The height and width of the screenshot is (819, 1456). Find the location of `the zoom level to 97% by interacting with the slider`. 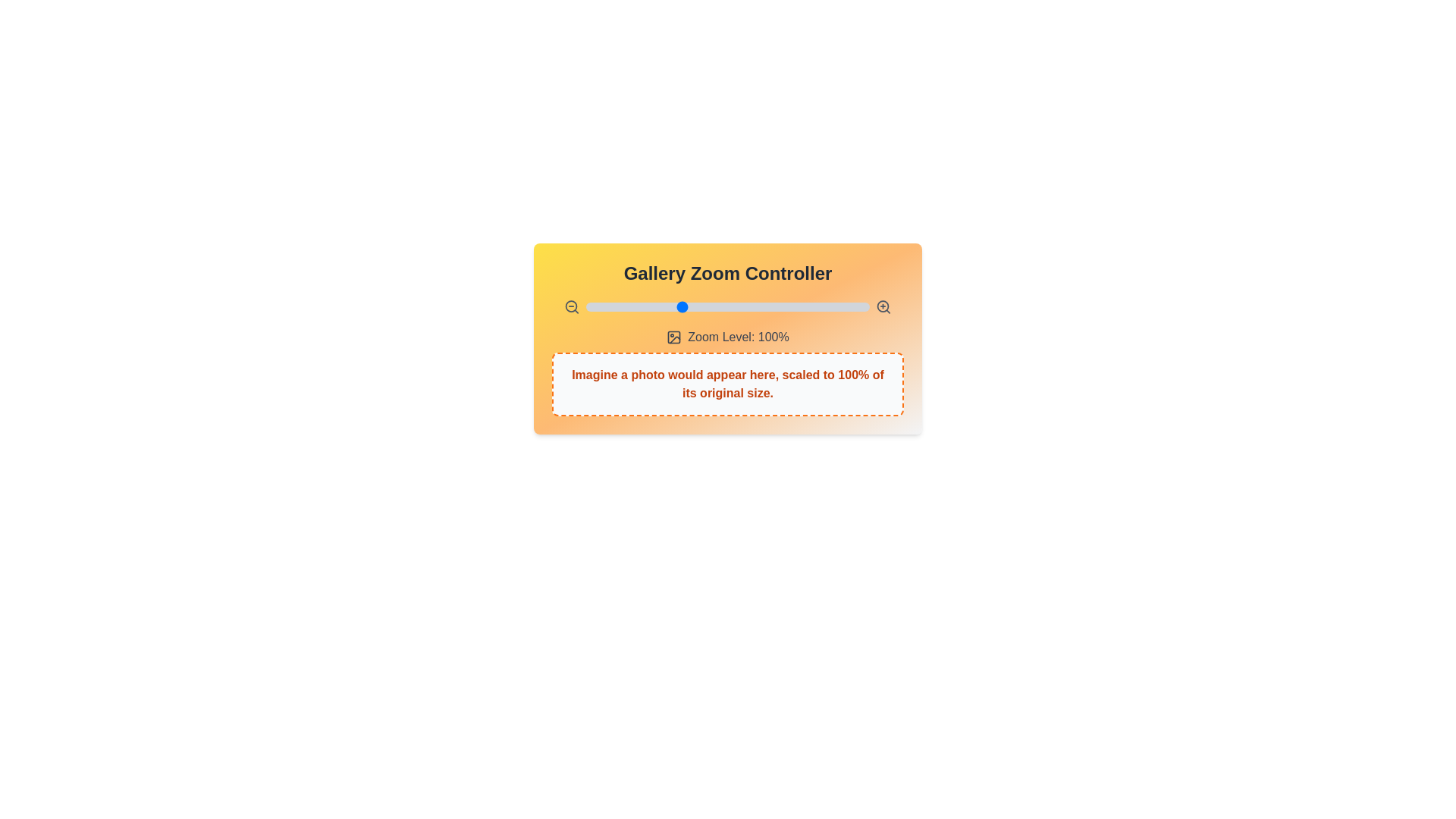

the zoom level to 97% by interacting with the slider is located at coordinates (674, 307).